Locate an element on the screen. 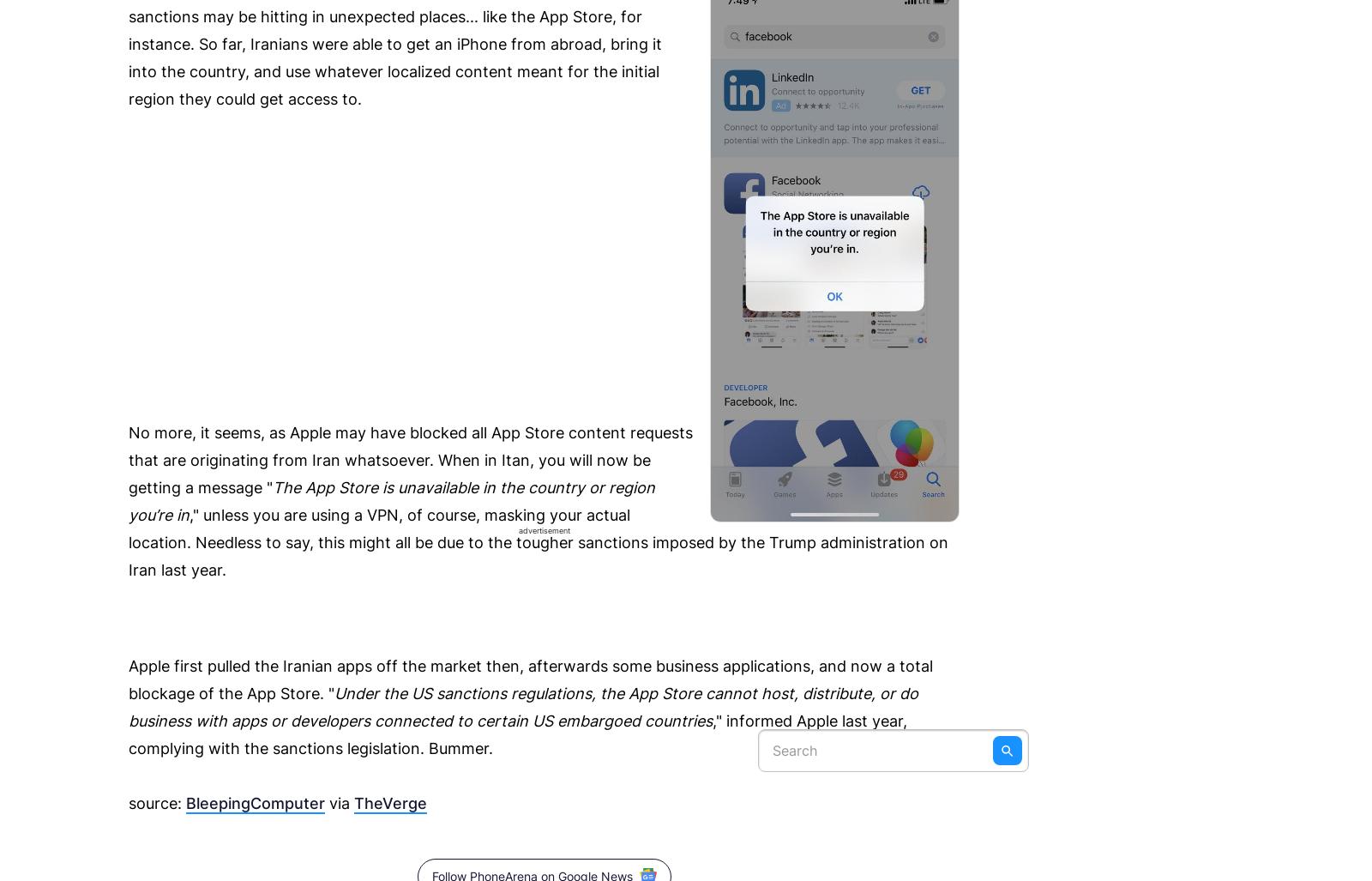 Image resolution: width=1372 pixels, height=881 pixels. 'Cookies' is located at coordinates (995, 65).